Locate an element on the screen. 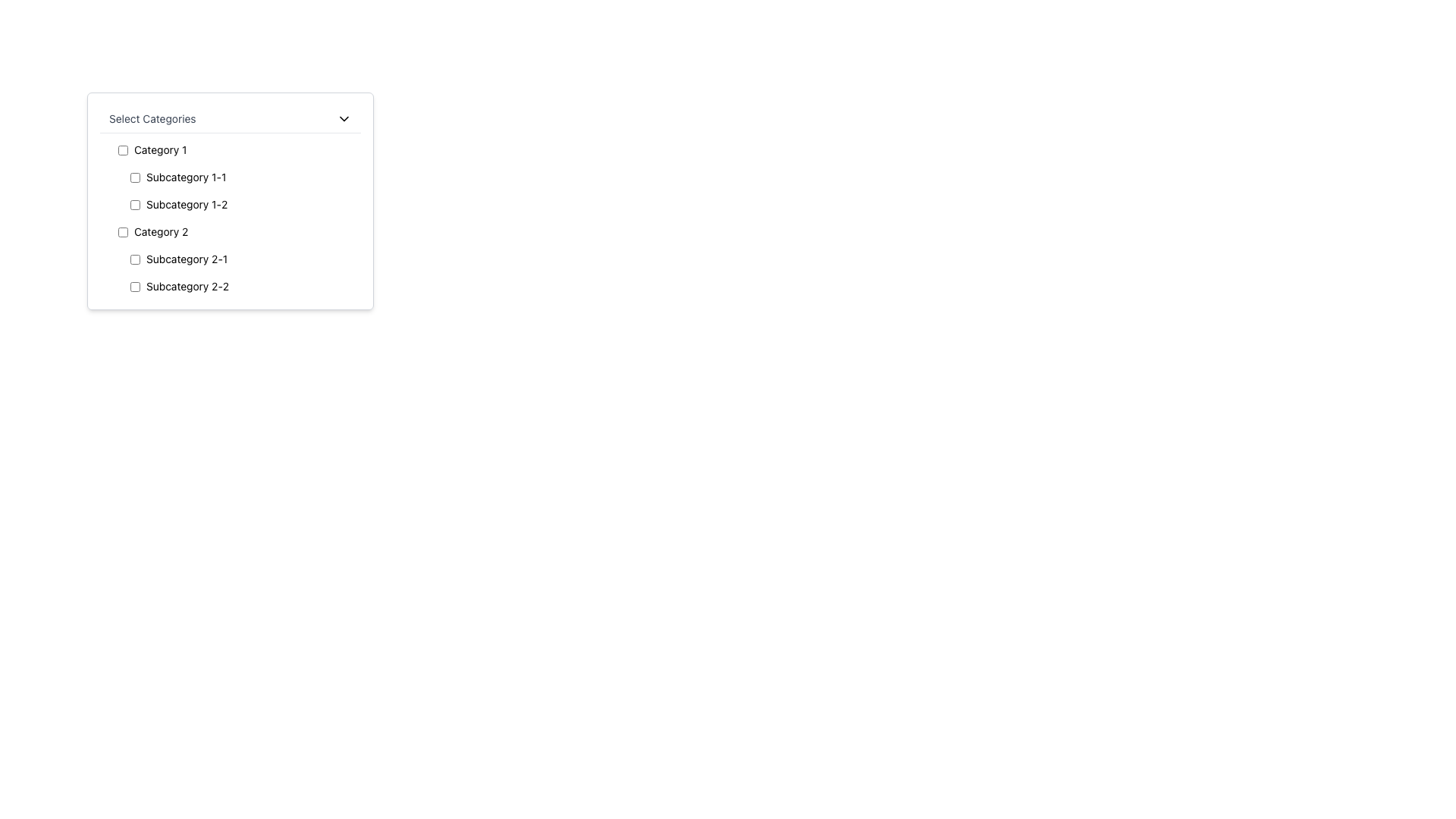 This screenshot has height=819, width=1456. the checkbox for 'Subcategory 1-1' is located at coordinates (135, 177).